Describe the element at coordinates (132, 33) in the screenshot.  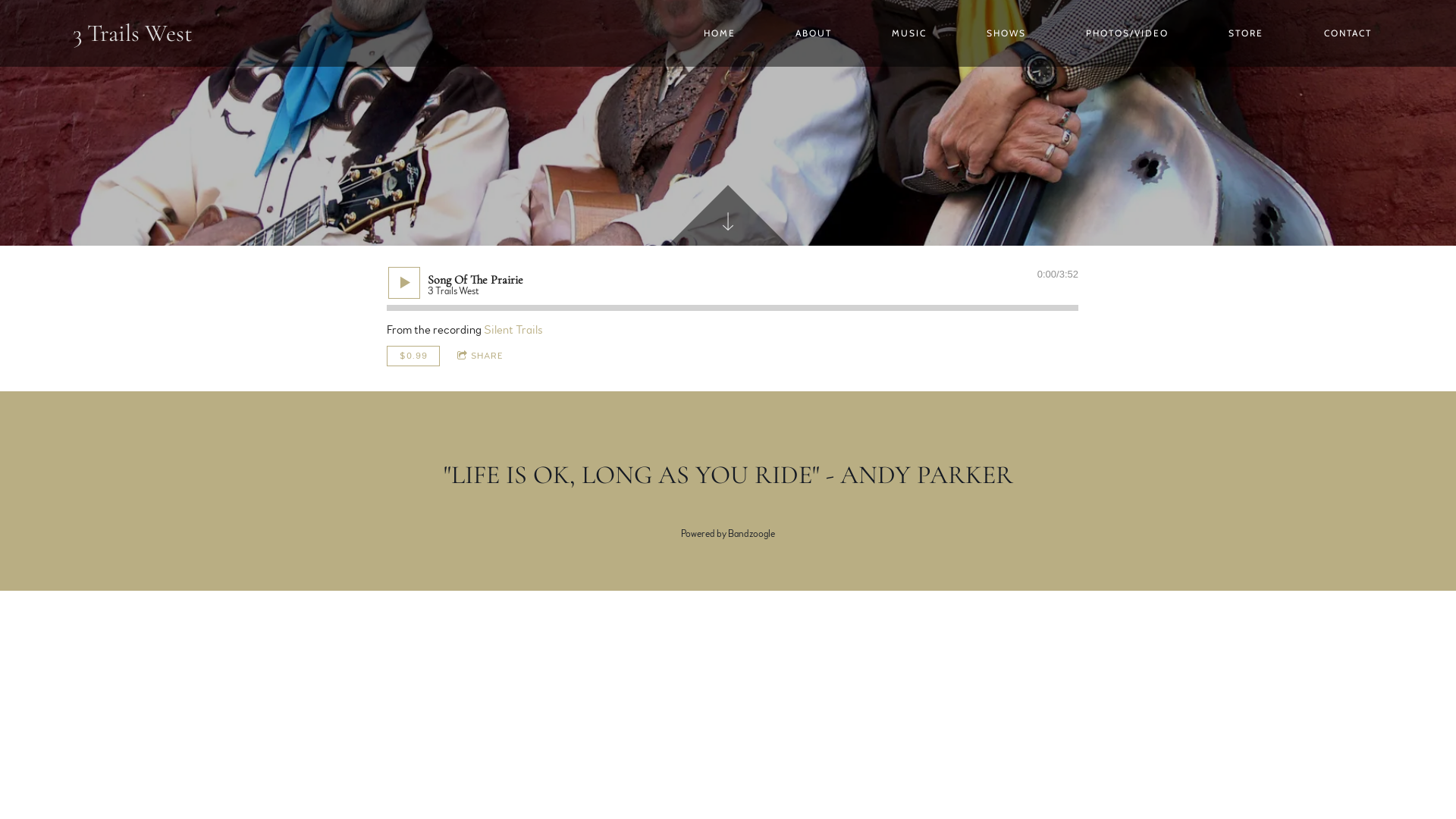
I see `'3 Trails West'` at that location.